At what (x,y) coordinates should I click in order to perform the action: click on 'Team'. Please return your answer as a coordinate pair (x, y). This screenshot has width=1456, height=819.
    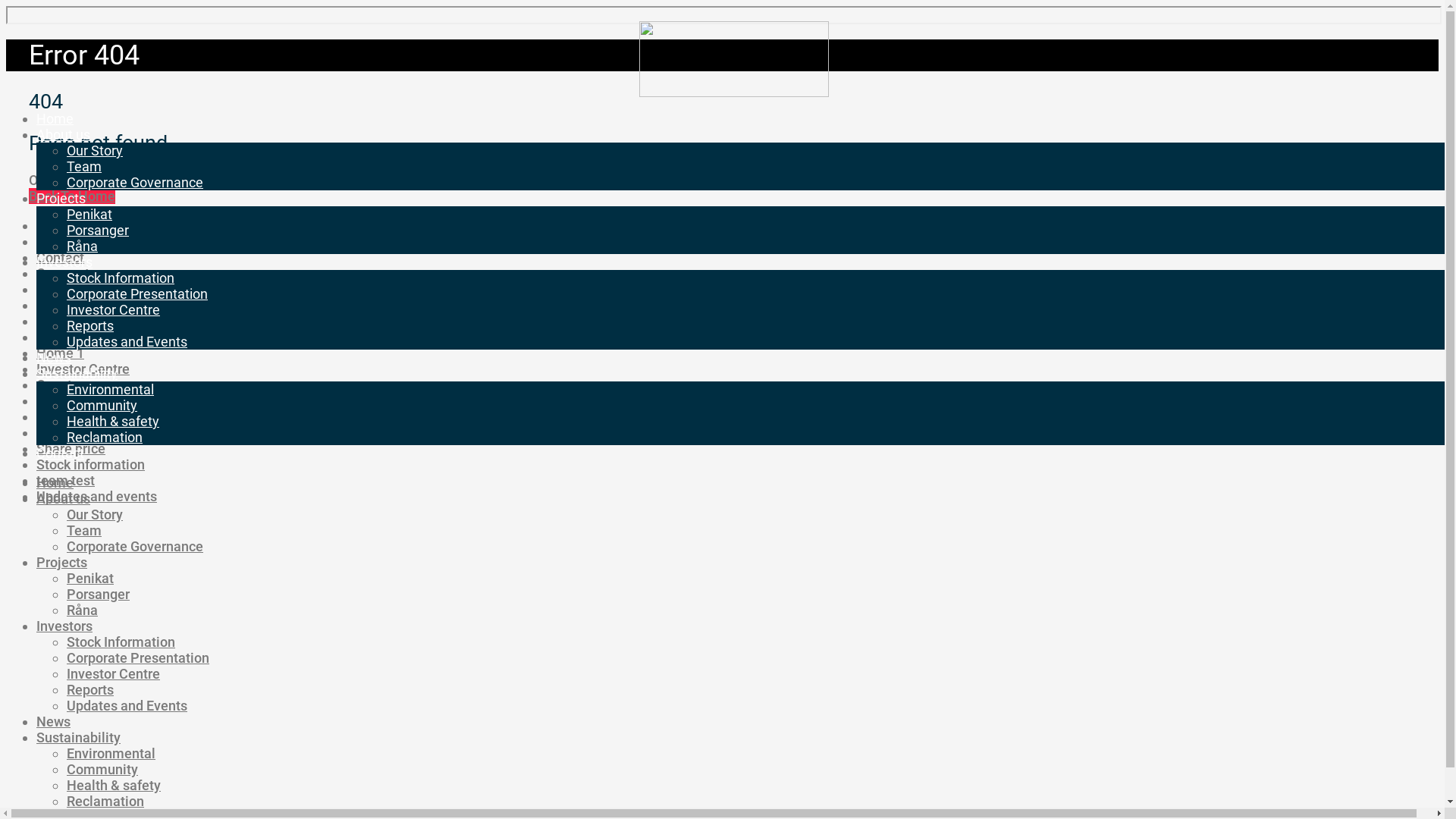
    Looking at the image, I should click on (65, 166).